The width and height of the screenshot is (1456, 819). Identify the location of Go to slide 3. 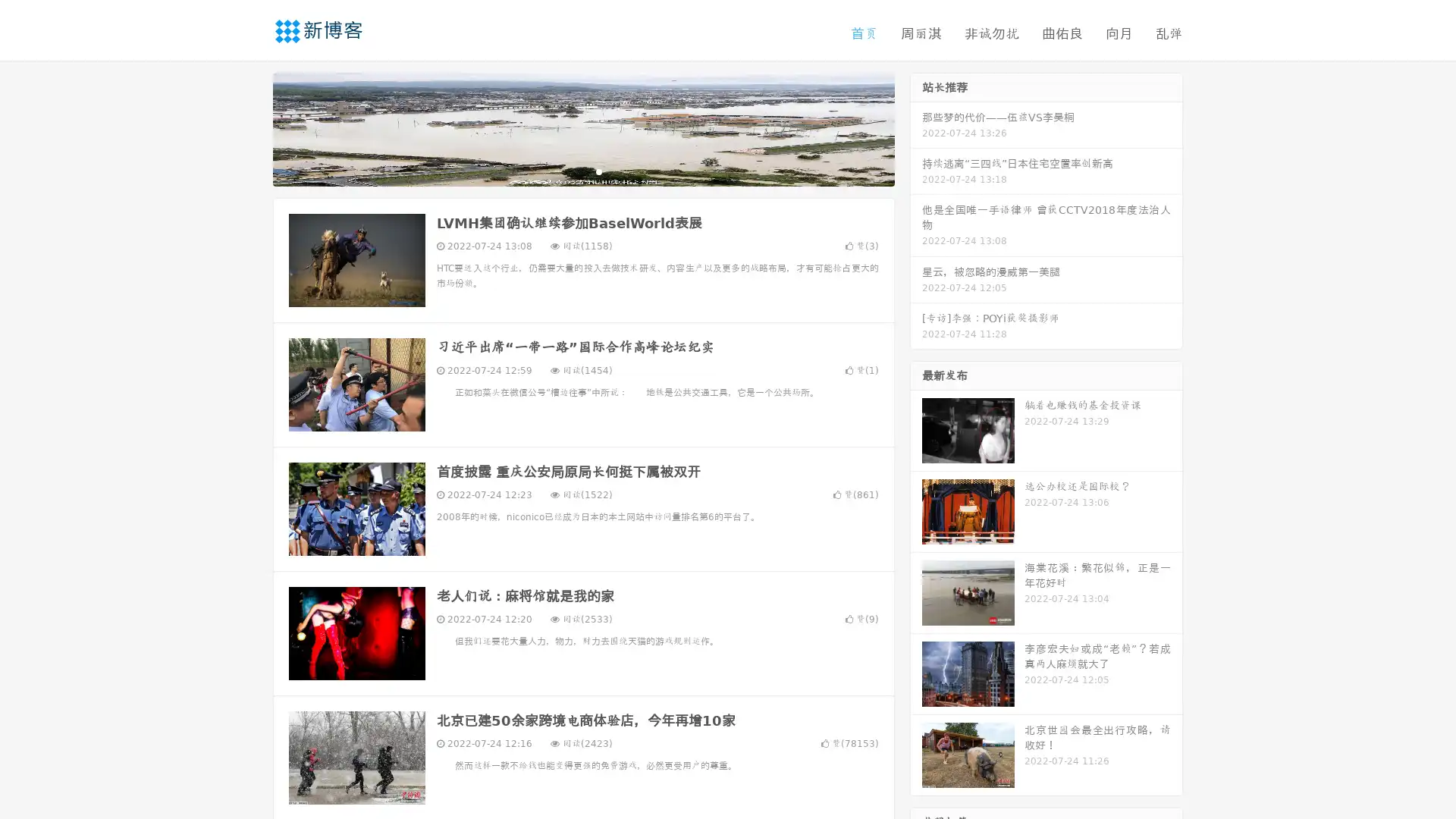
(598, 171).